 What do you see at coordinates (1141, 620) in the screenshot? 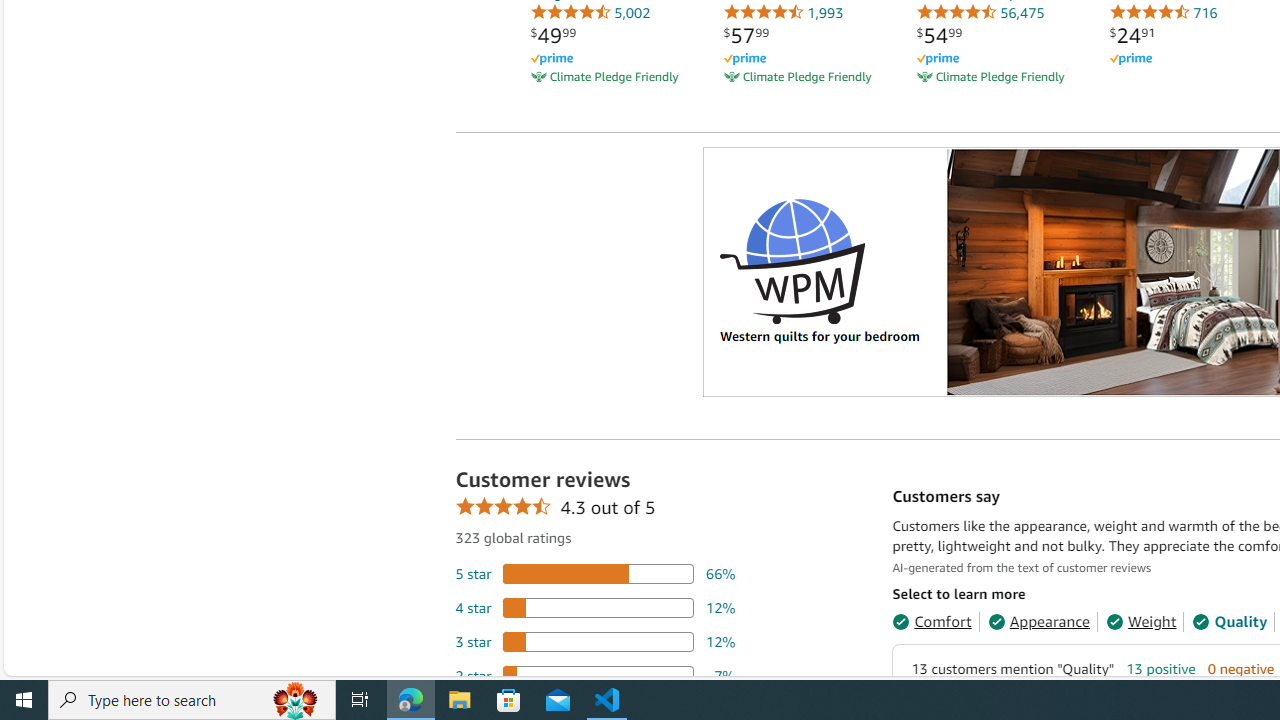
I see `'Weight'` at bounding box center [1141, 620].